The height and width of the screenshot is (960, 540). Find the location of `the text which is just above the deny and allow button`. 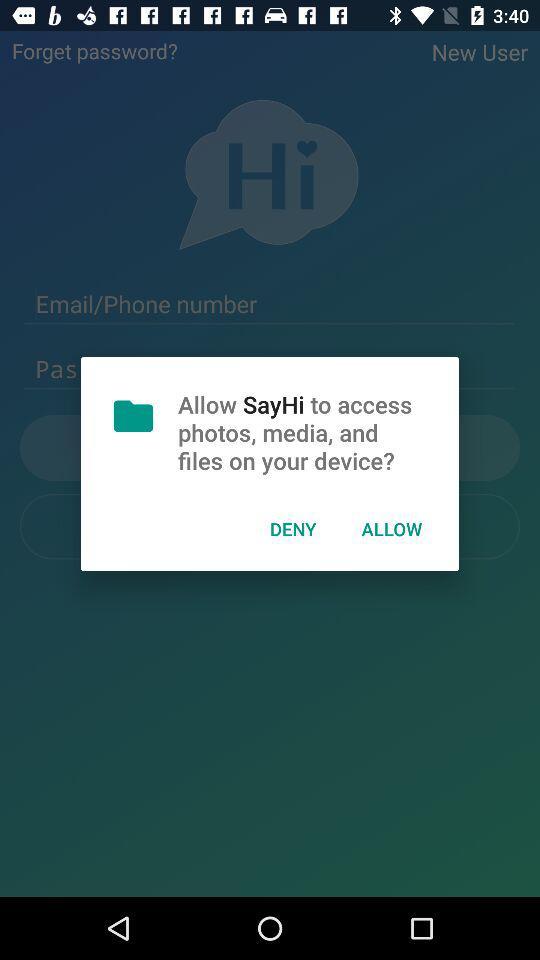

the text which is just above the deny and allow button is located at coordinates (270, 448).